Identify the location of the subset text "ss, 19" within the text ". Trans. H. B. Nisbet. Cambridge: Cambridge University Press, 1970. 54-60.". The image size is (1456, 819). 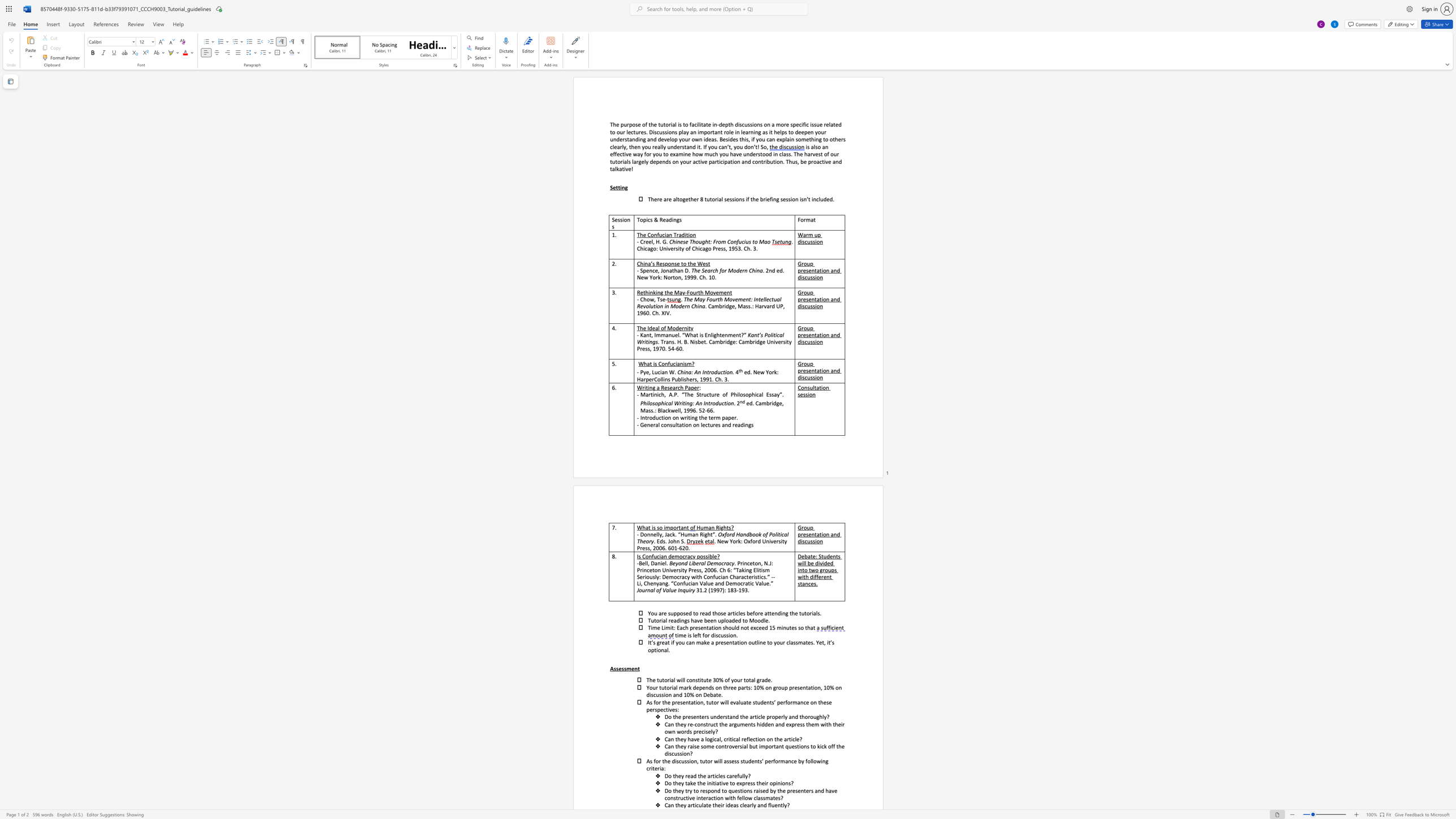
(644, 348).